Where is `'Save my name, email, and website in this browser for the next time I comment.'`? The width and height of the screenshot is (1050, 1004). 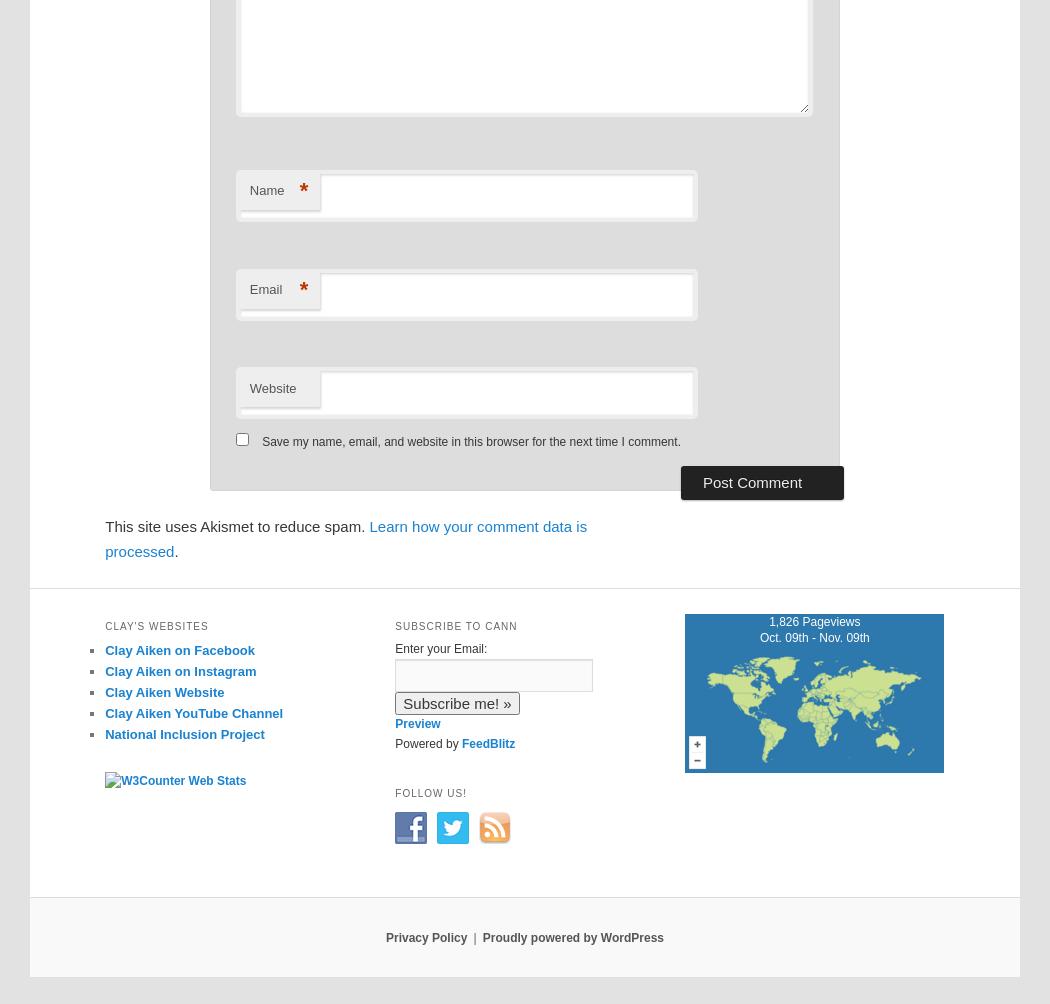
'Save my name, email, and website in this browser for the next time I comment.' is located at coordinates (471, 440).